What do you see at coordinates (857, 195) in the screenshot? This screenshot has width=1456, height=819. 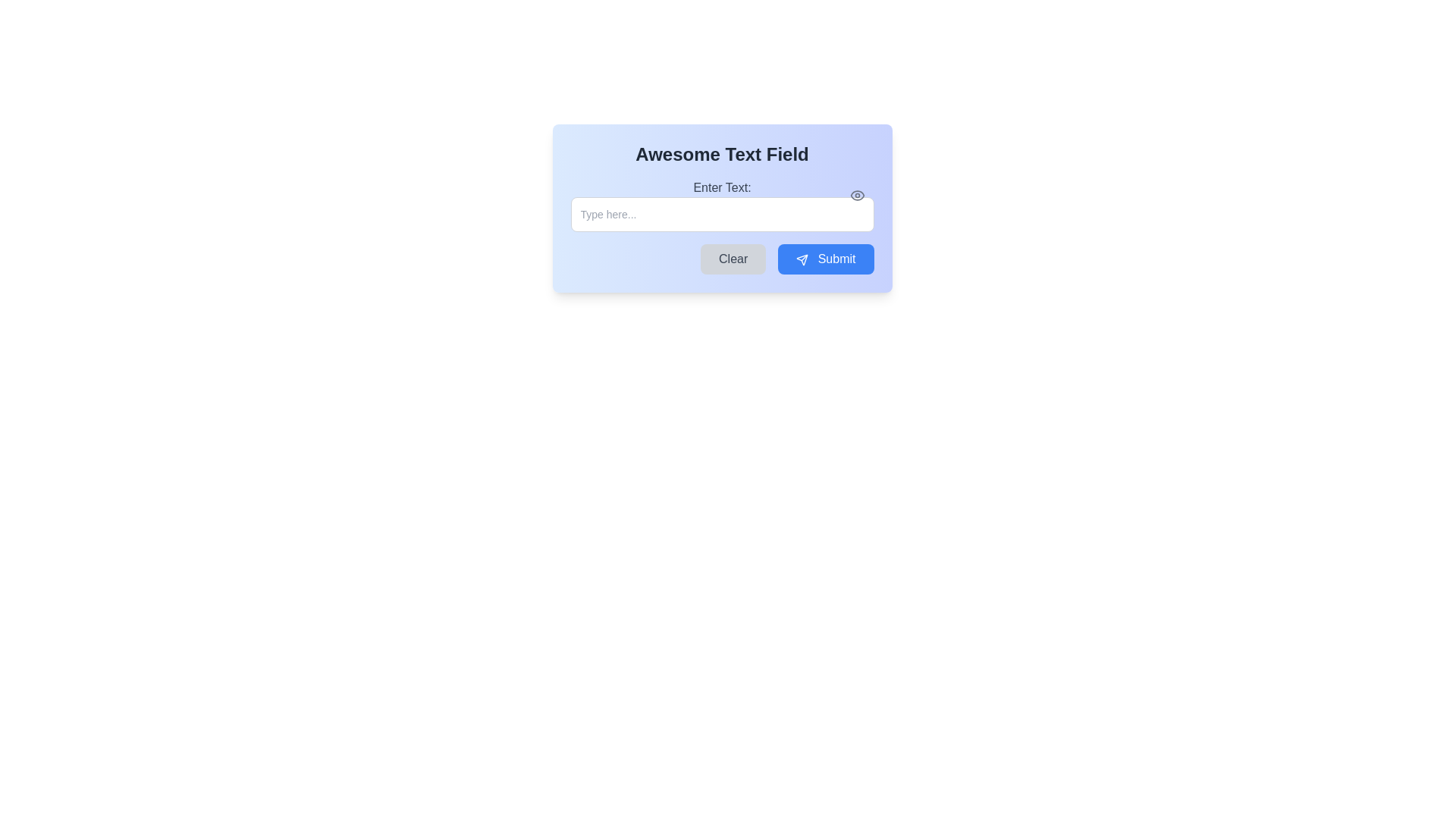 I see `the password visibility toggle button located at the right side of the input field, which allows users` at bounding box center [857, 195].